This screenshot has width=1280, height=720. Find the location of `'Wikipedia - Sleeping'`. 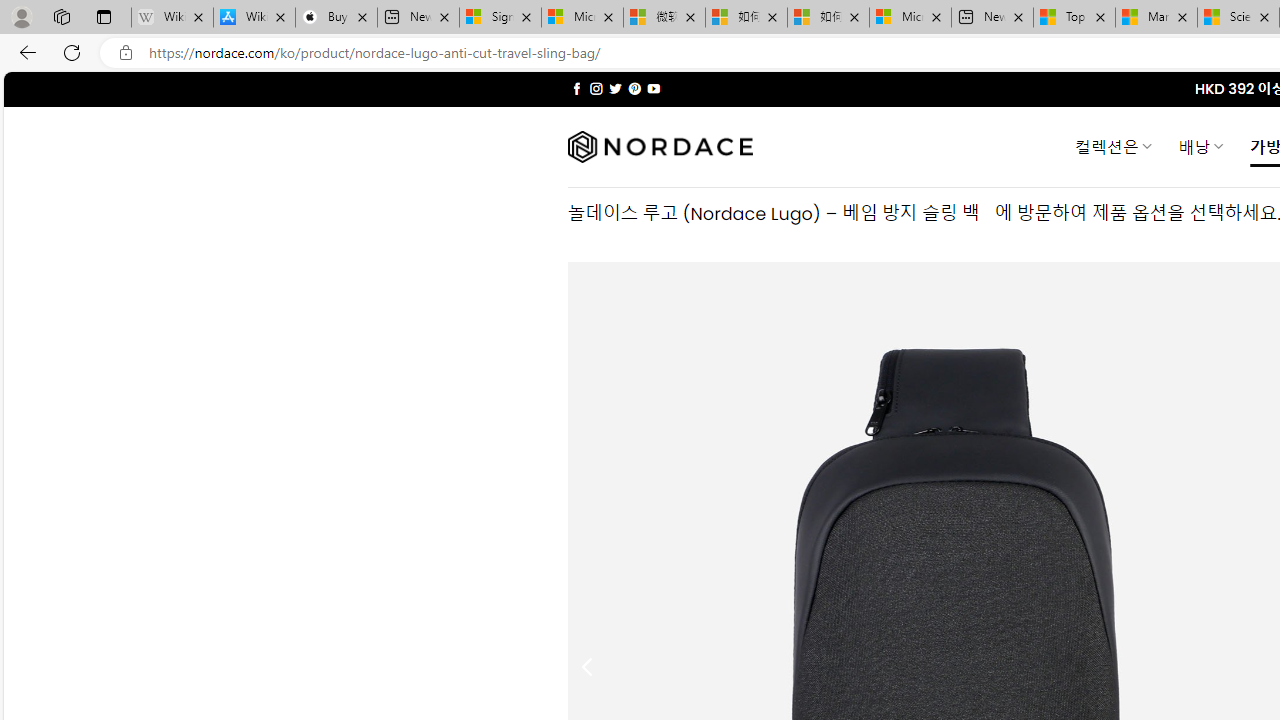

'Wikipedia - Sleeping' is located at coordinates (172, 17).